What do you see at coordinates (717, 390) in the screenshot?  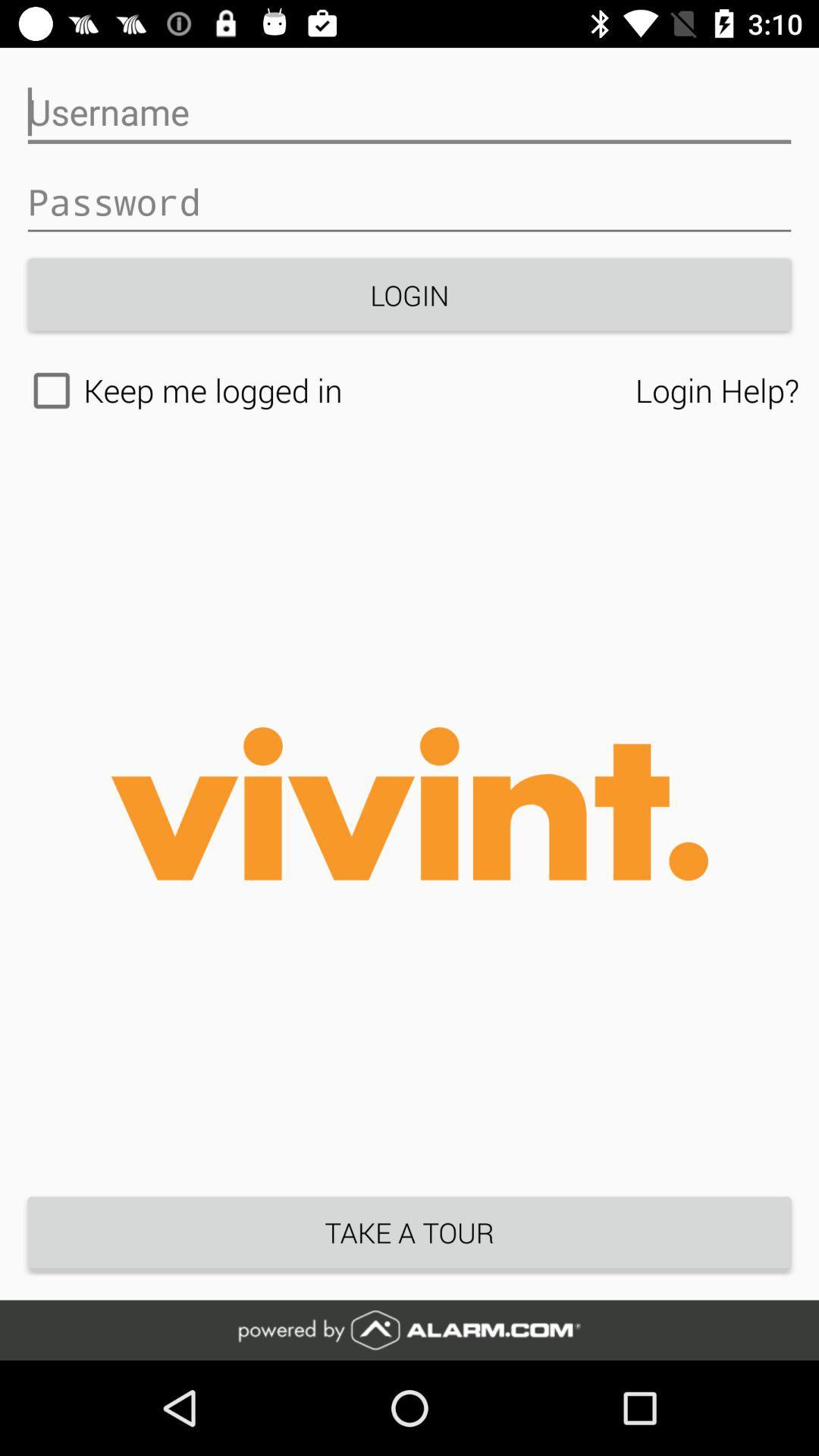 I see `icon next to keep me logged icon` at bounding box center [717, 390].